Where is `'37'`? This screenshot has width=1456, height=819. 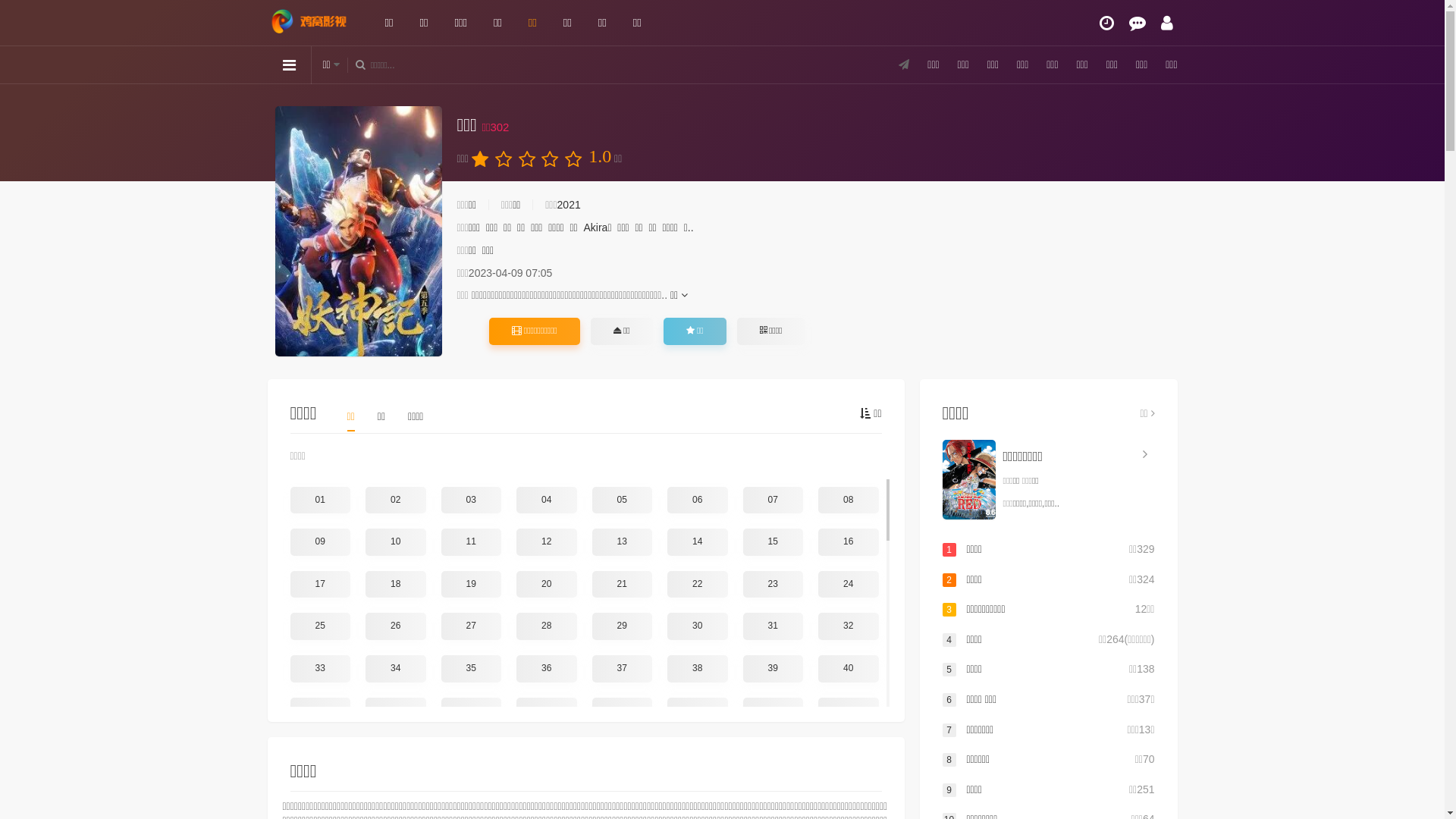
'37' is located at coordinates (590, 668).